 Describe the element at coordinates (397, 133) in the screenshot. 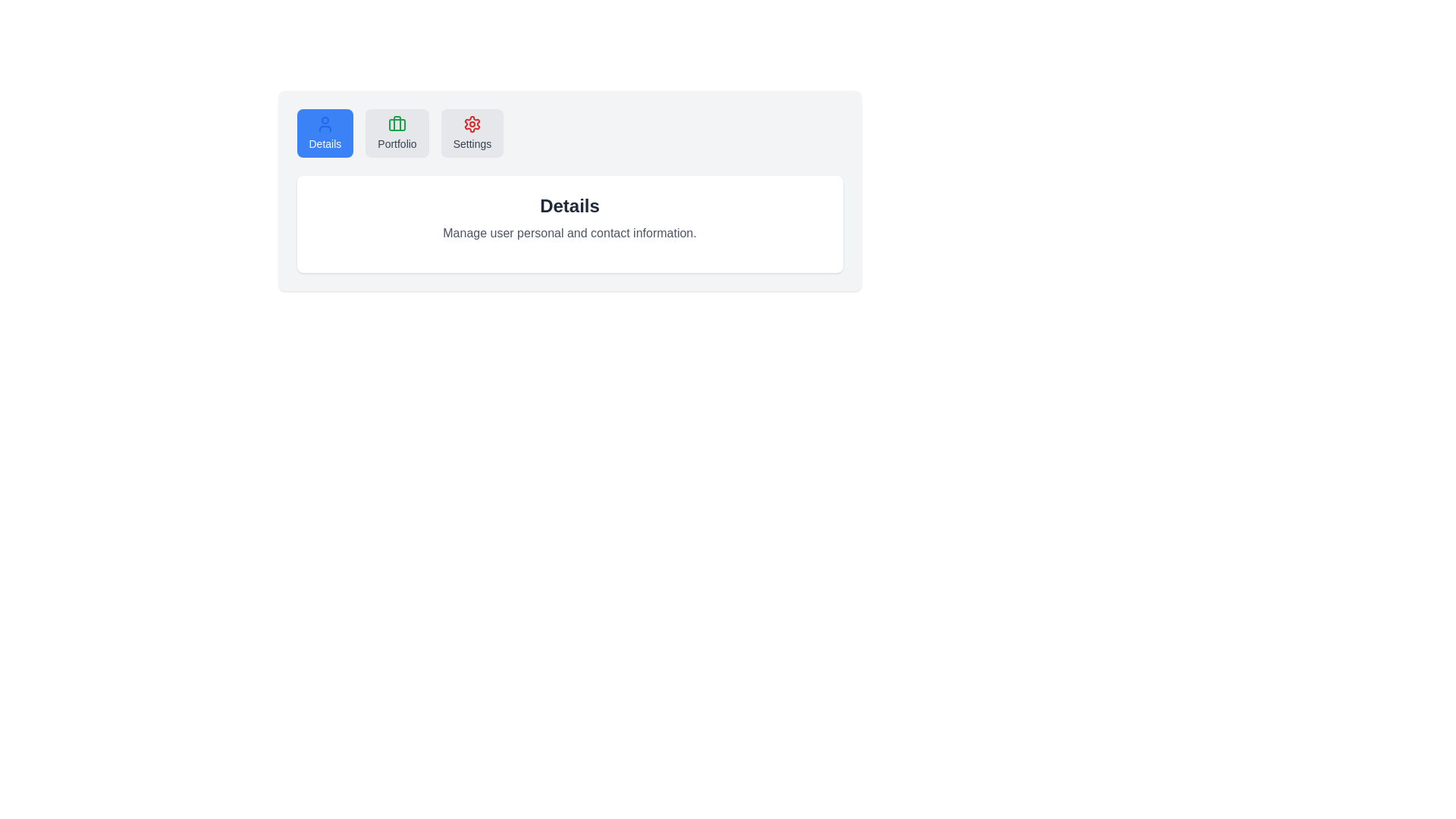

I see `the Portfolio tab` at that location.